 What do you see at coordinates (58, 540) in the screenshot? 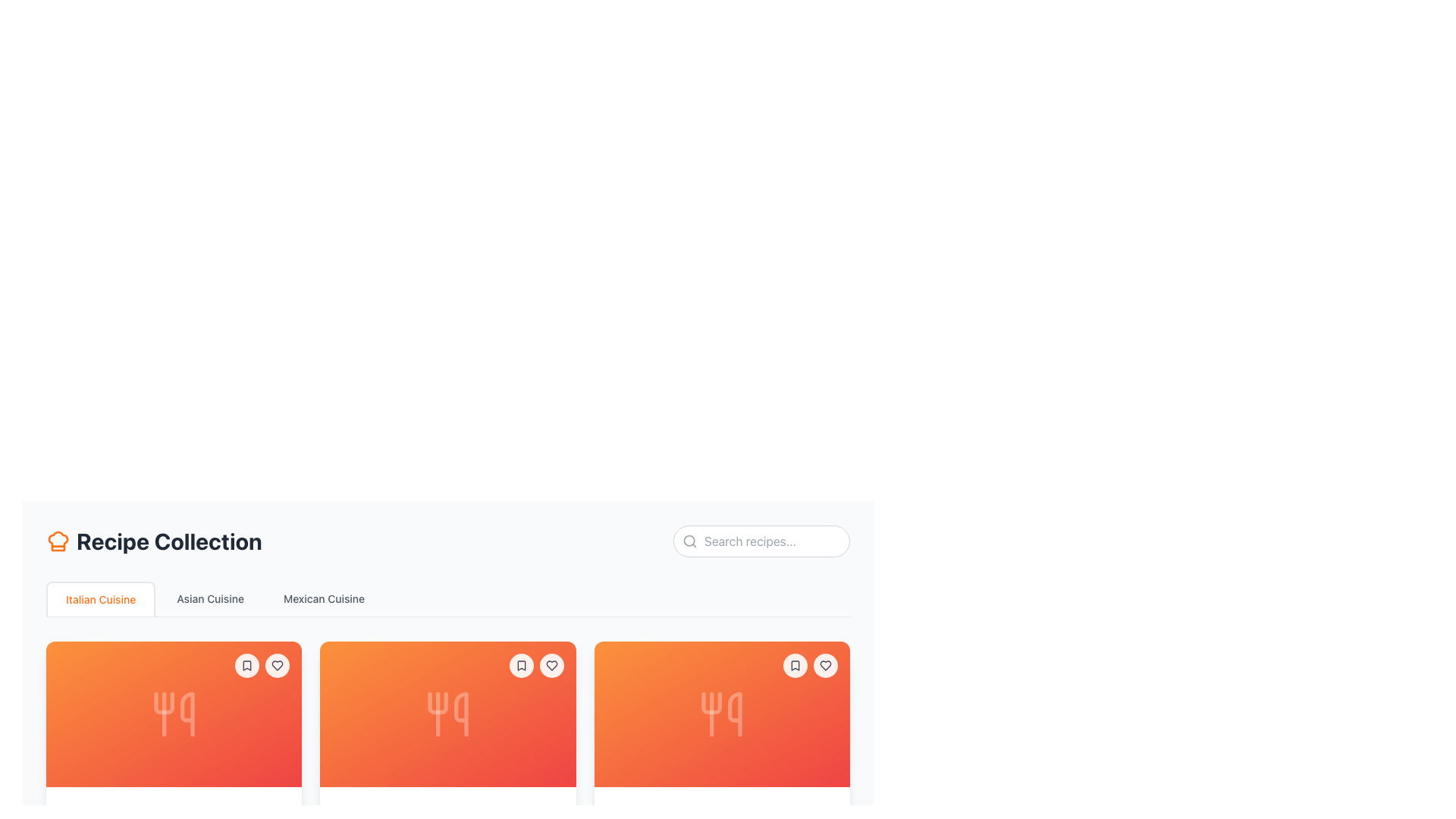
I see `the bright orange chef’s hat icon located to the left of 'Recipe Collection' in the header section` at bounding box center [58, 540].